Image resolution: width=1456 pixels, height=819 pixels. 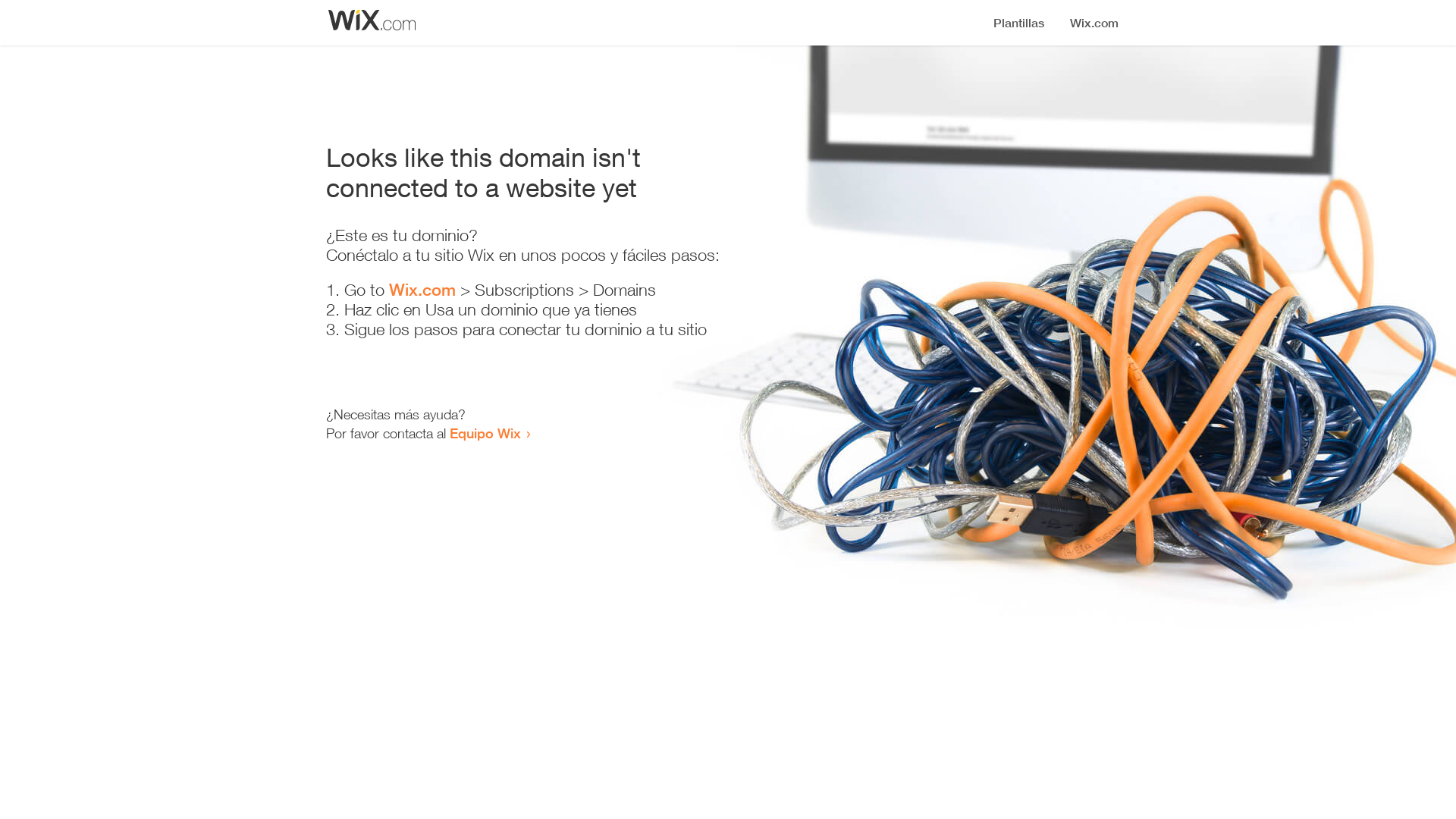 I want to click on 'Wix.com', so click(x=422, y=289).